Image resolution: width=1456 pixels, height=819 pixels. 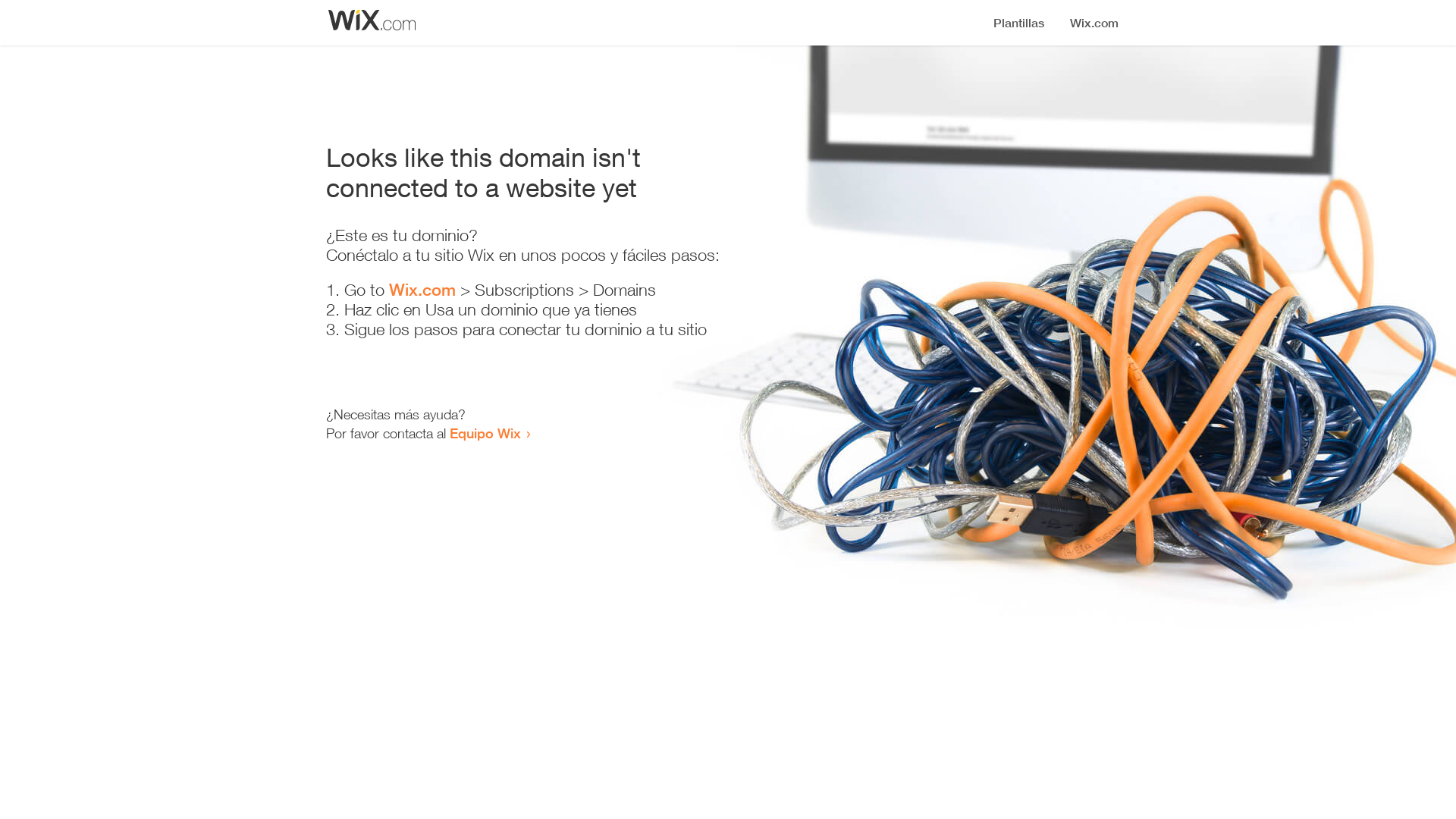 I want to click on 'Wix.com', so click(x=422, y=289).